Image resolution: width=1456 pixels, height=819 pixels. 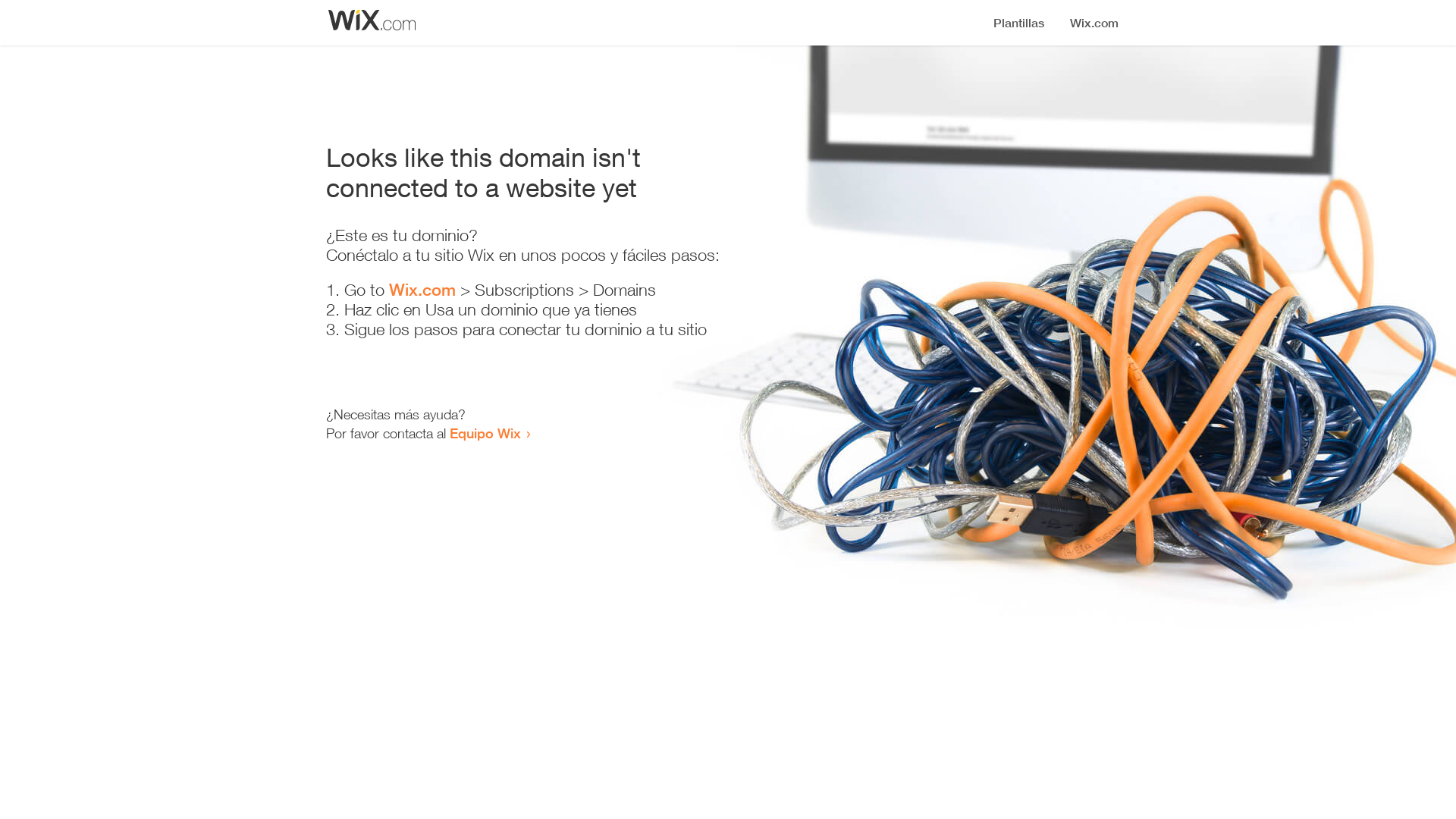 I want to click on 'Wix.com', so click(x=422, y=289).